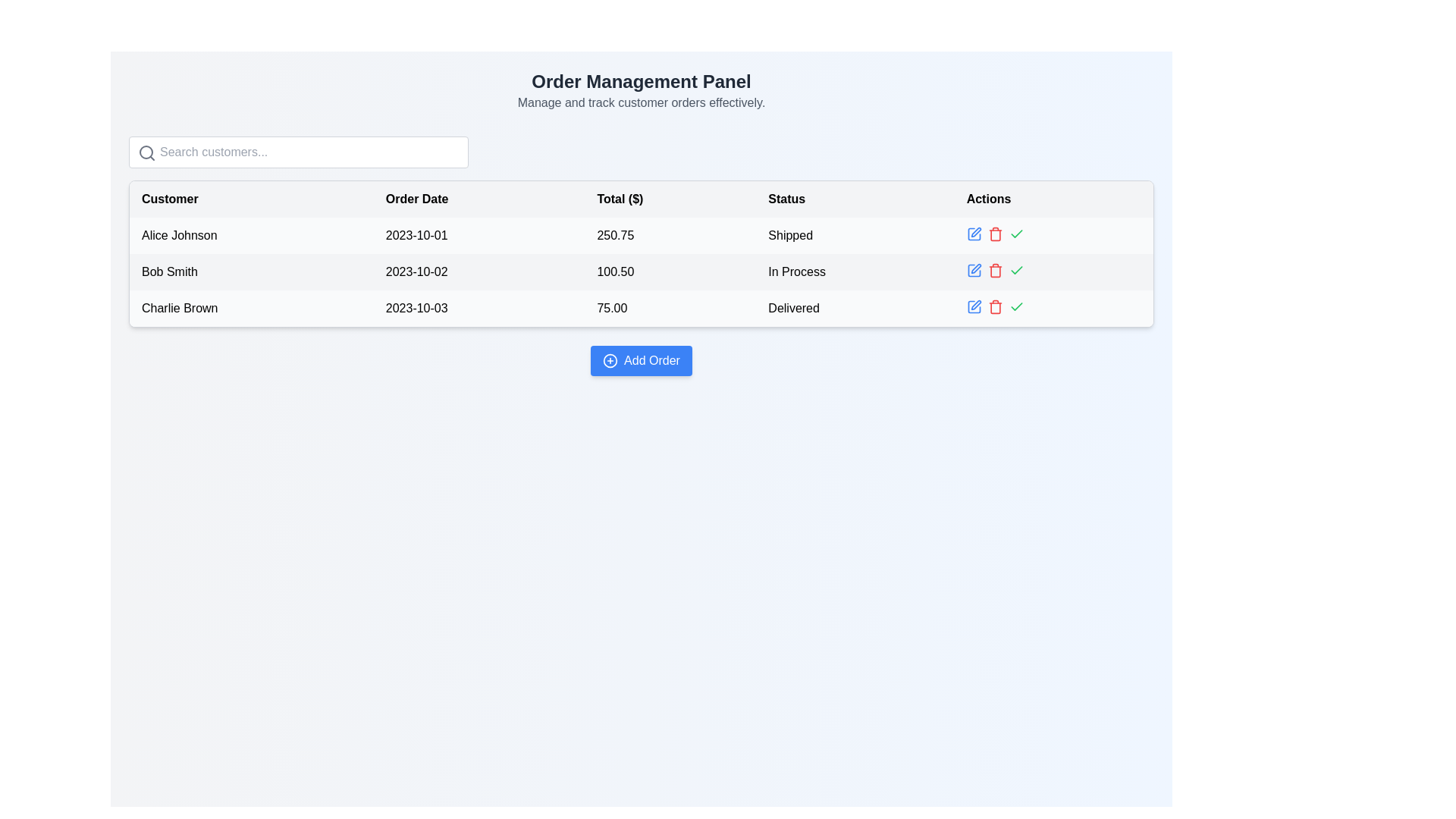  Describe the element at coordinates (974, 234) in the screenshot. I see `the edit button located in the 'Actions' column of the first row in the table` at that location.